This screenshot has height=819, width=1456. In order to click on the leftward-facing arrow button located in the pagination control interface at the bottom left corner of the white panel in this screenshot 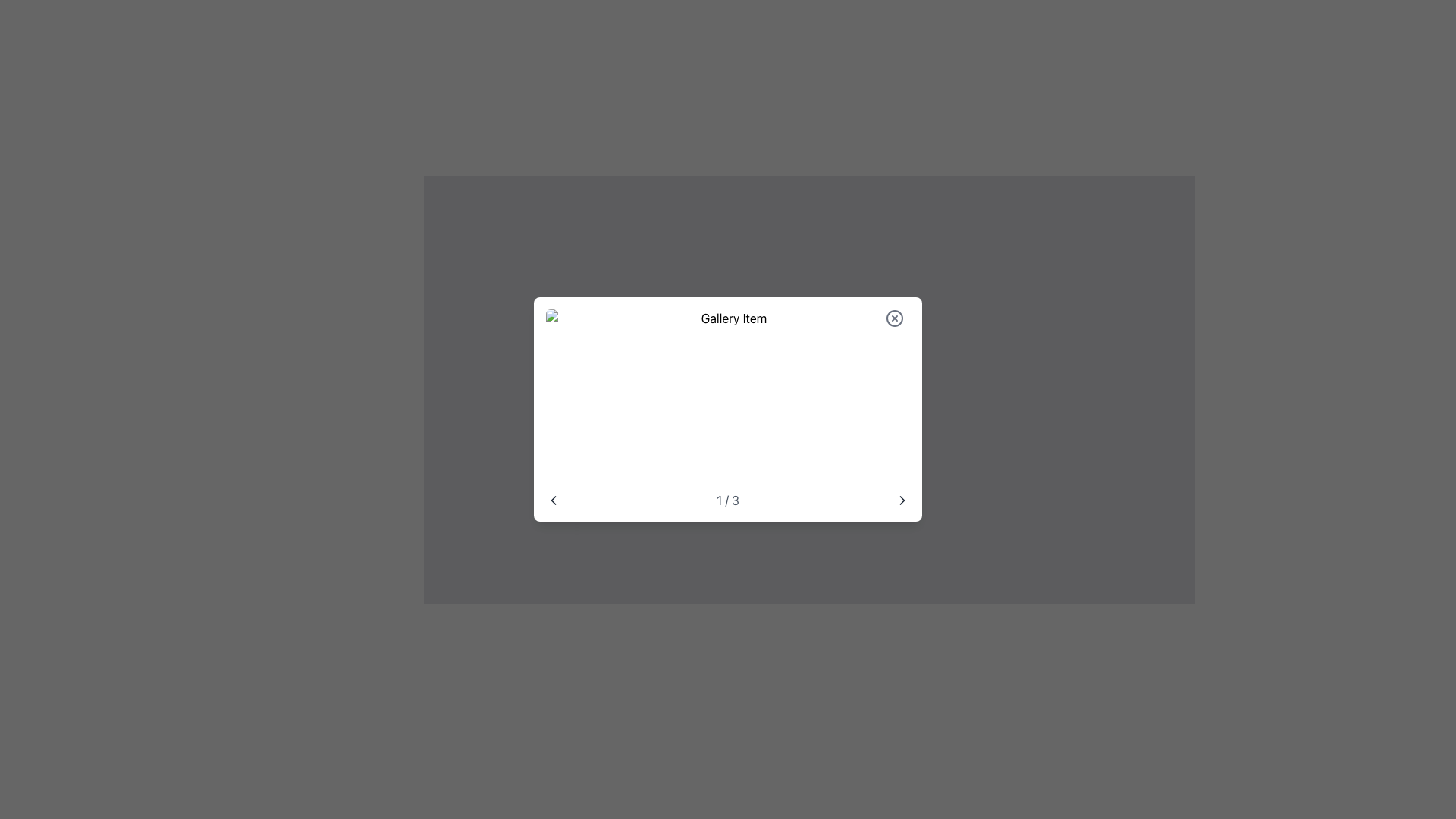, I will do `click(552, 500)`.